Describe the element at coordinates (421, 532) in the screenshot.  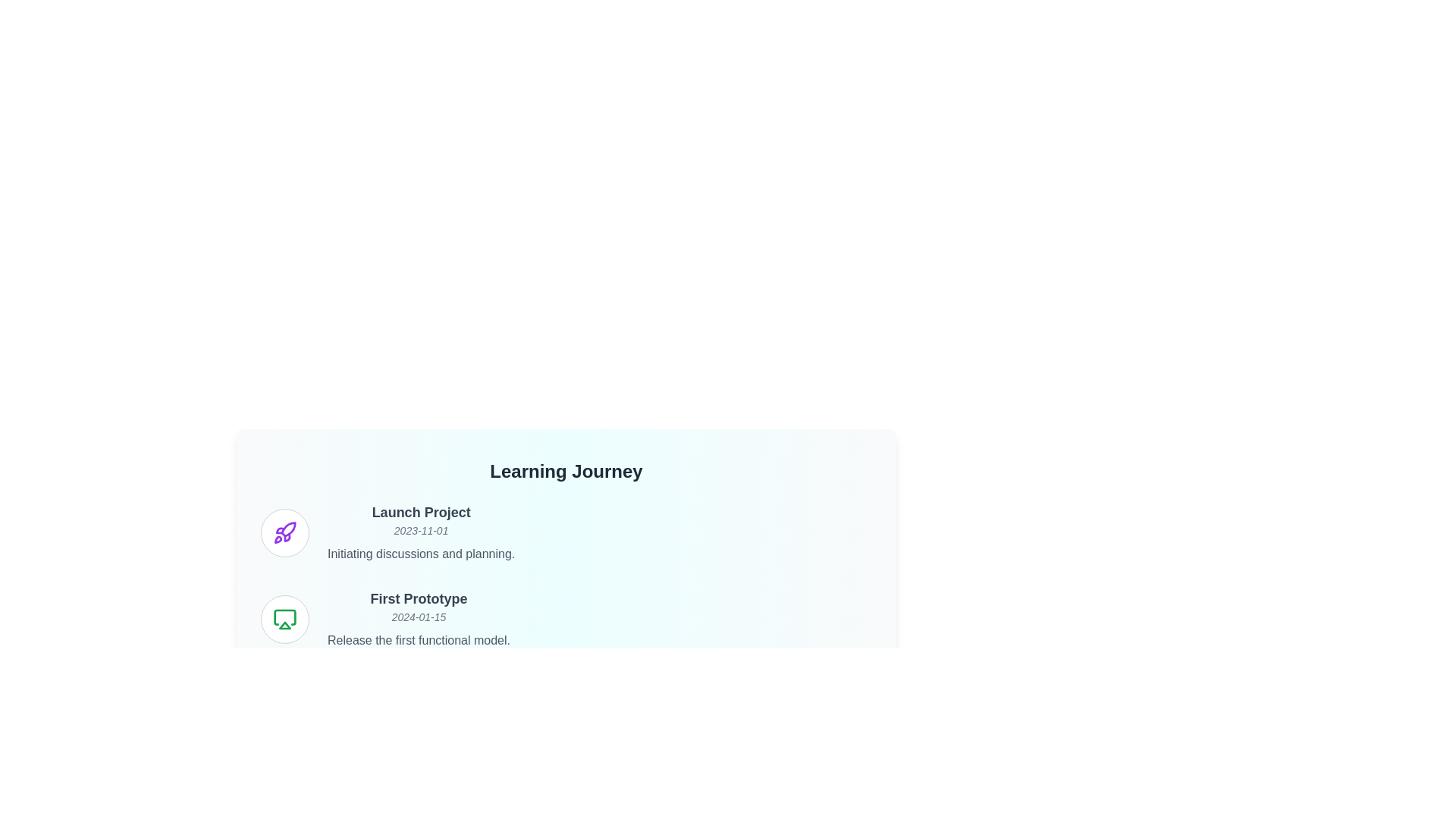
I see `the Text Block displaying 'Launch Project', '2023-11-01', and 'Initiating discussions and planning.'` at that location.